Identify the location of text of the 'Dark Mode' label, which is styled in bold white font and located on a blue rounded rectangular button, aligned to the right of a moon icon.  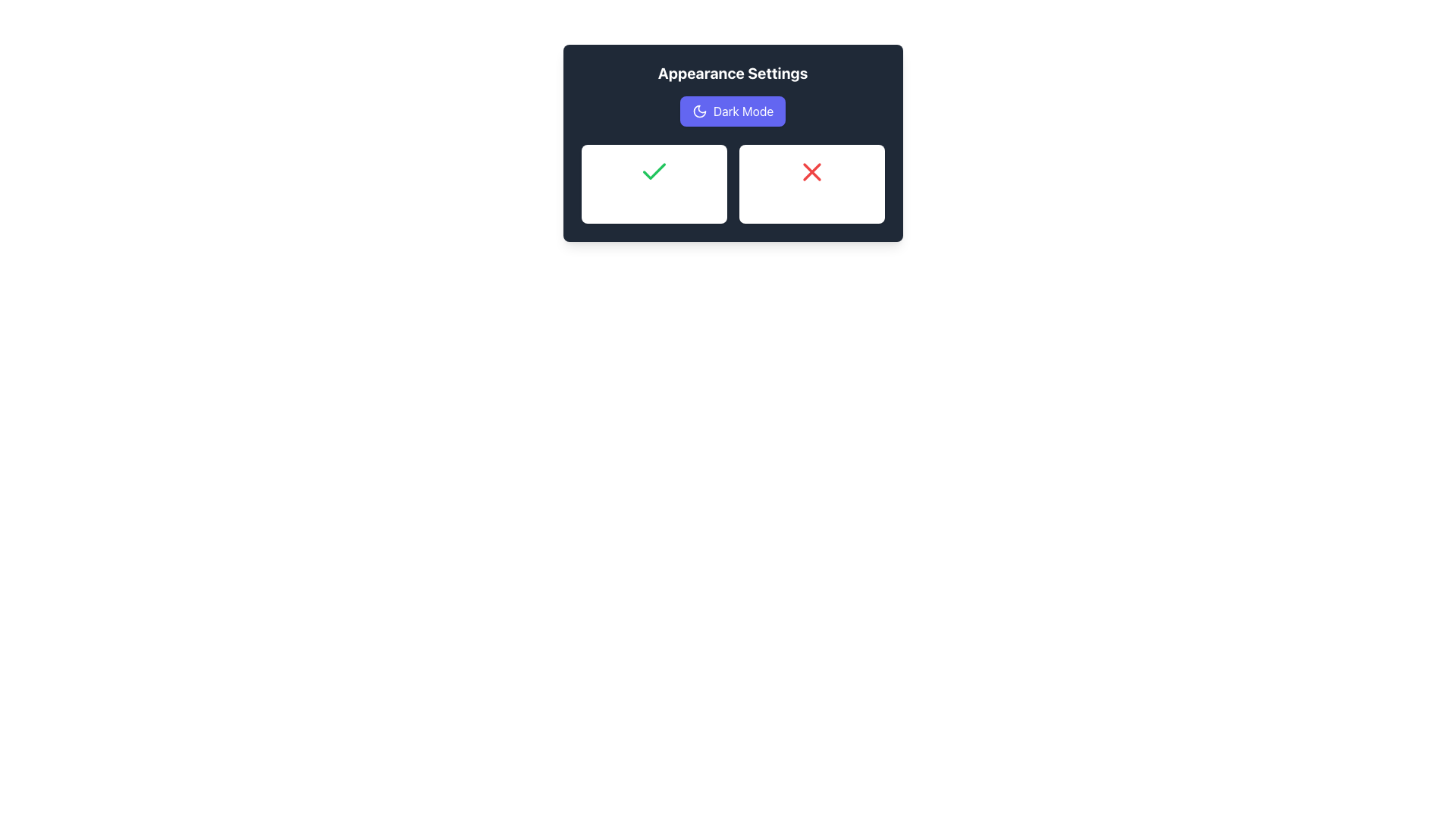
(743, 110).